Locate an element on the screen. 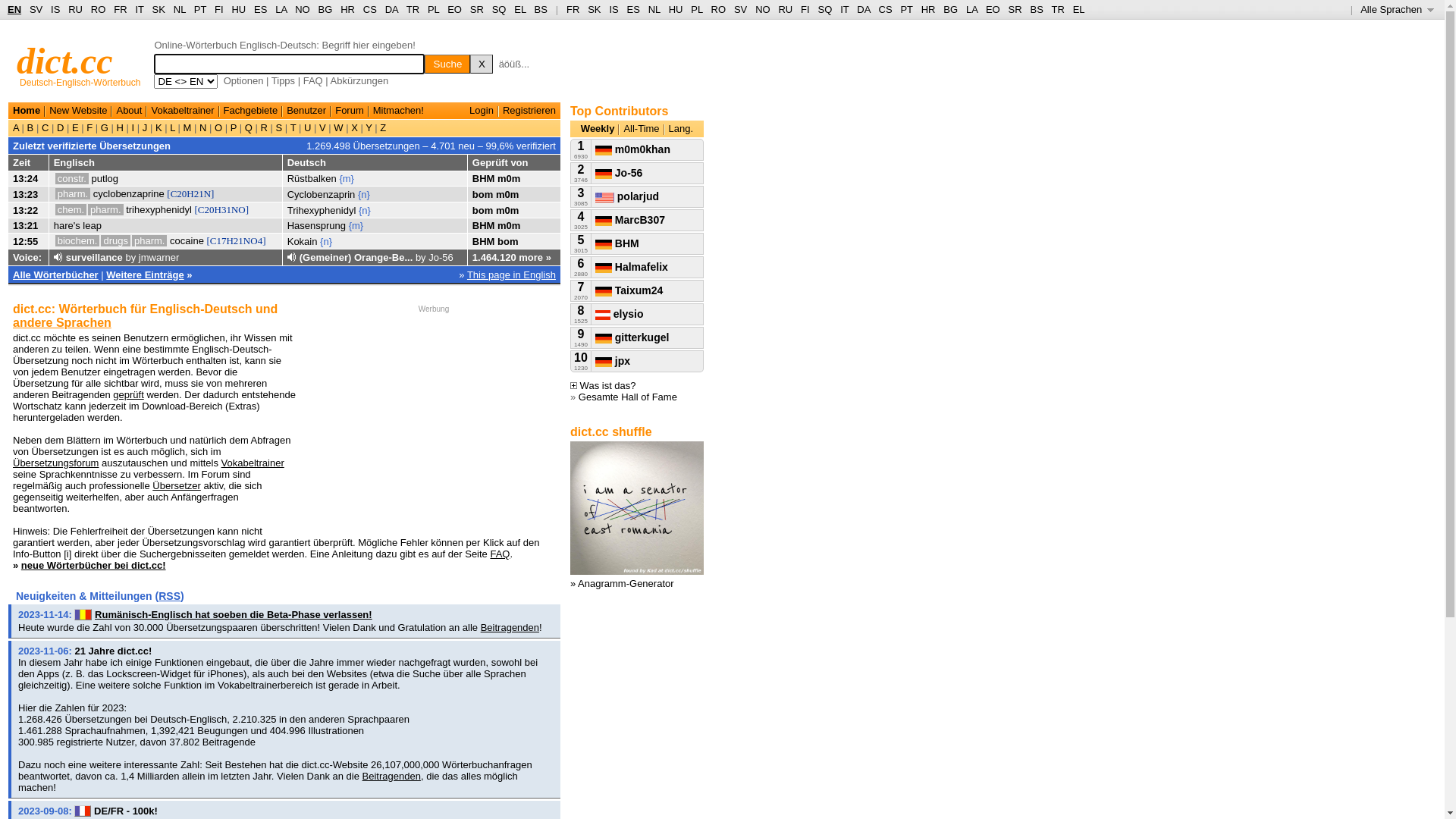 This screenshot has height=819, width=1456. 'U' is located at coordinates (306, 127).